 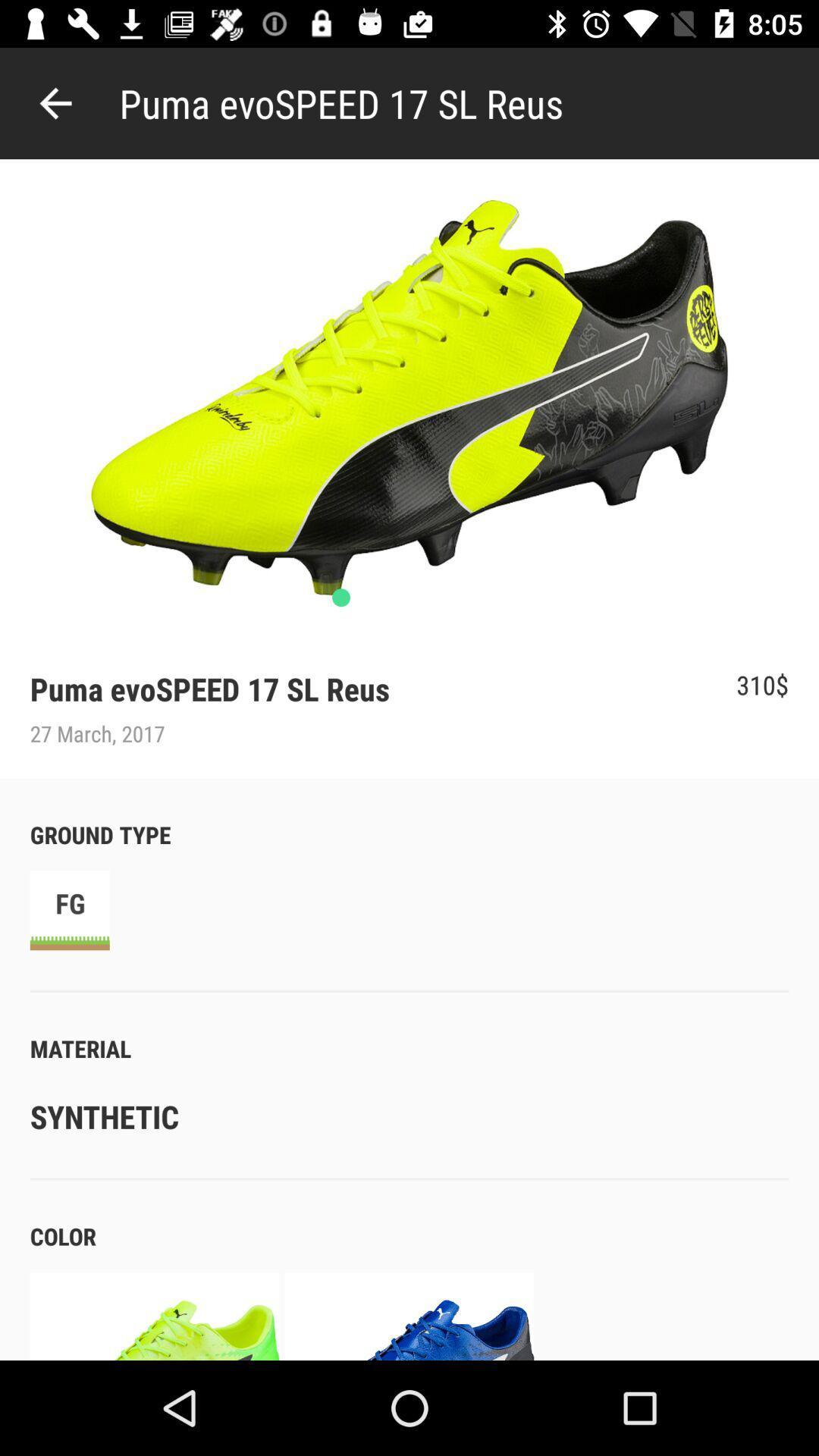 I want to click on item next to the puma evospeed 17 item, so click(x=55, y=102).